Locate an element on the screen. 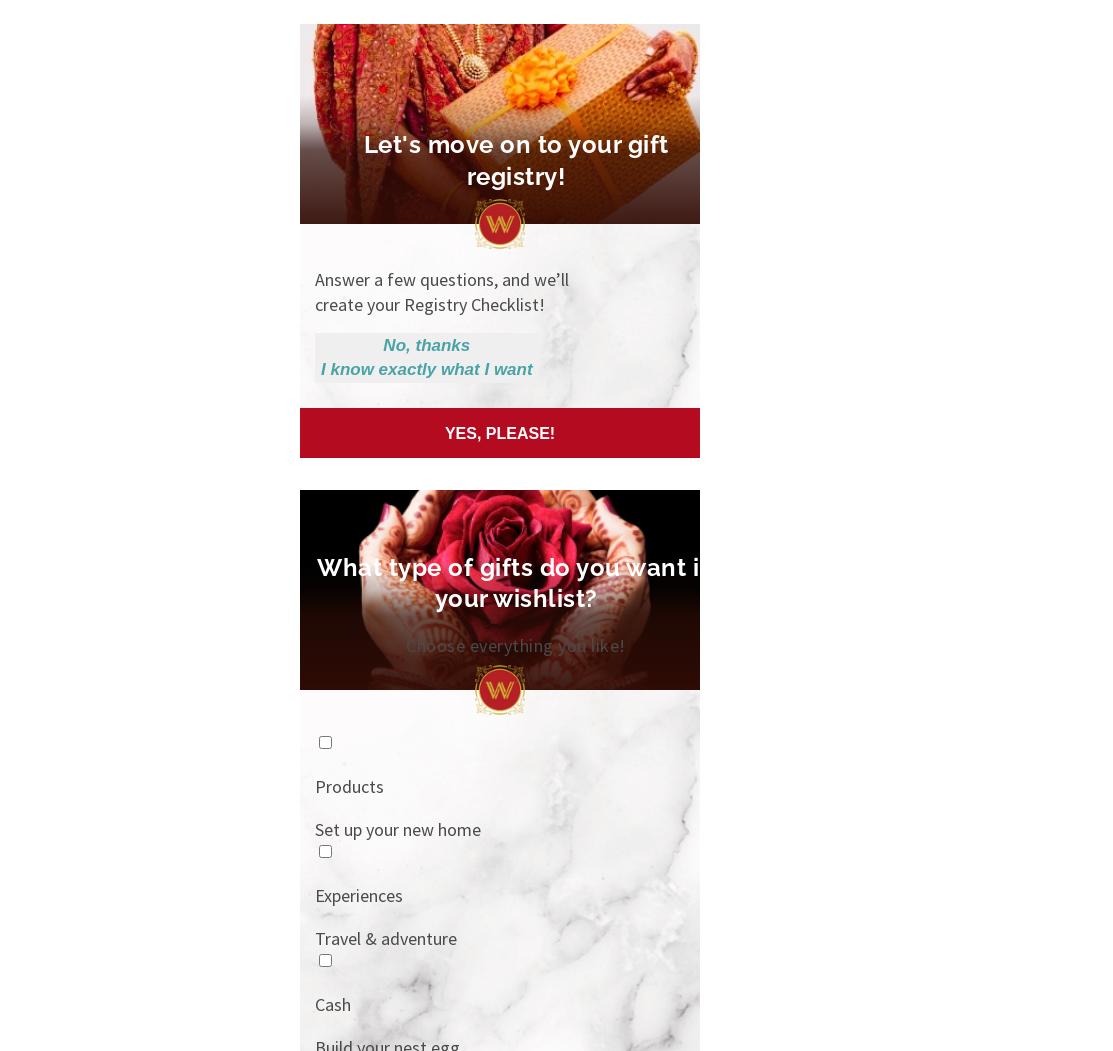  'create your Registry Checklist!' is located at coordinates (428, 302).